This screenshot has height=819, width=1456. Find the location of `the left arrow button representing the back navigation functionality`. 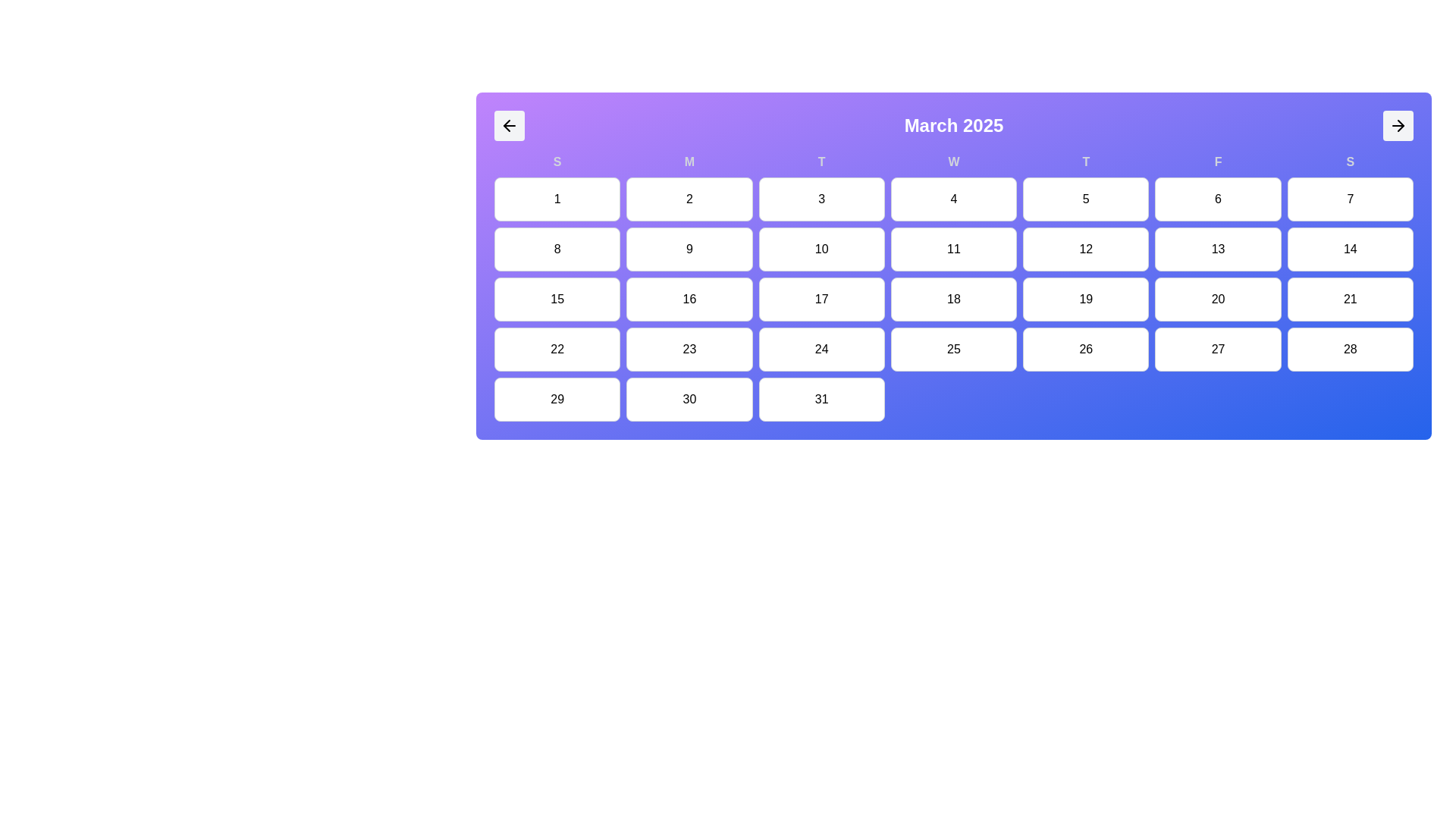

the left arrow button representing the back navigation functionality is located at coordinates (507, 124).